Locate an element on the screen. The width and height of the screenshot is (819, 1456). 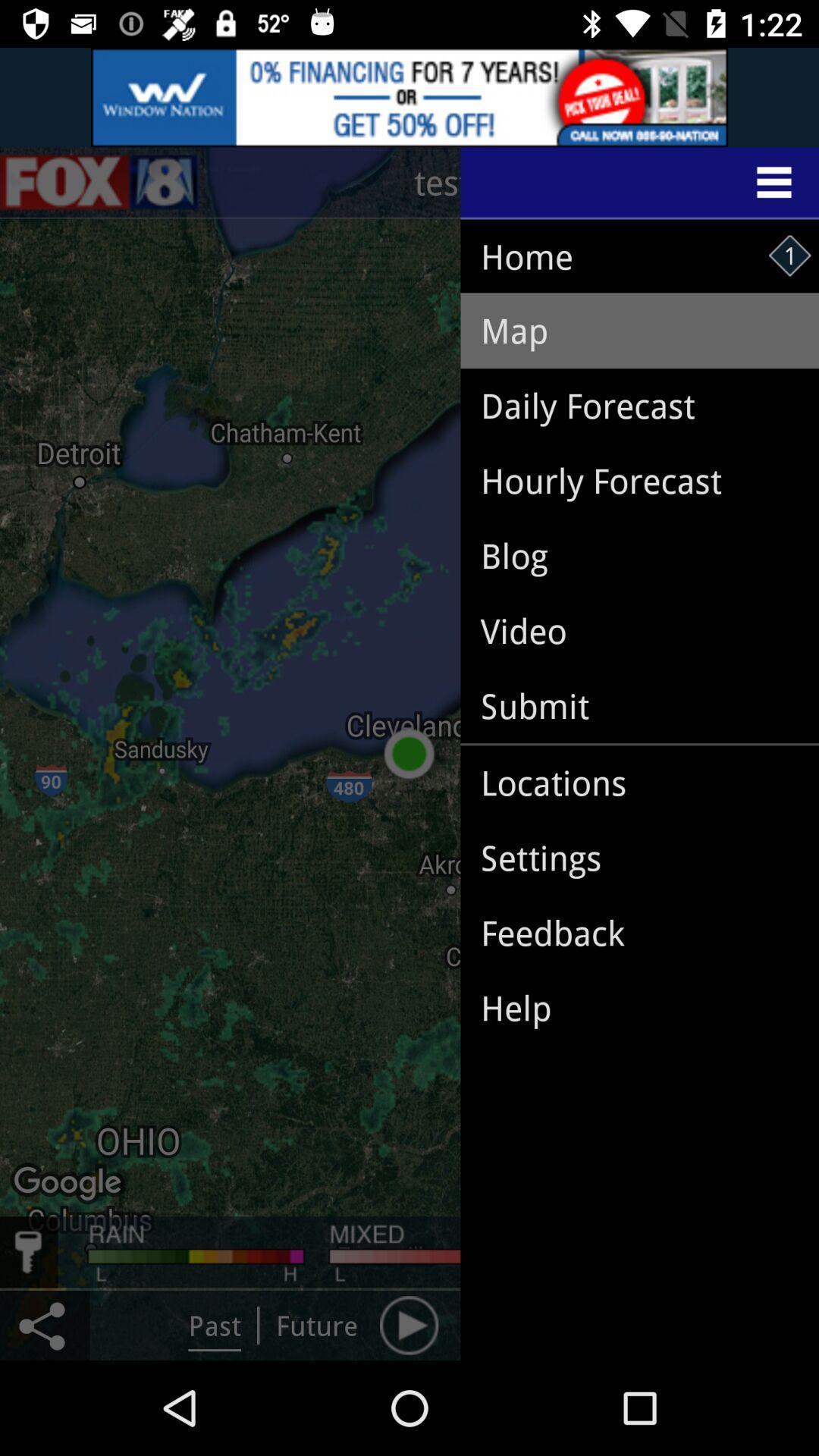
the sliders icon is located at coordinates (99, 182).